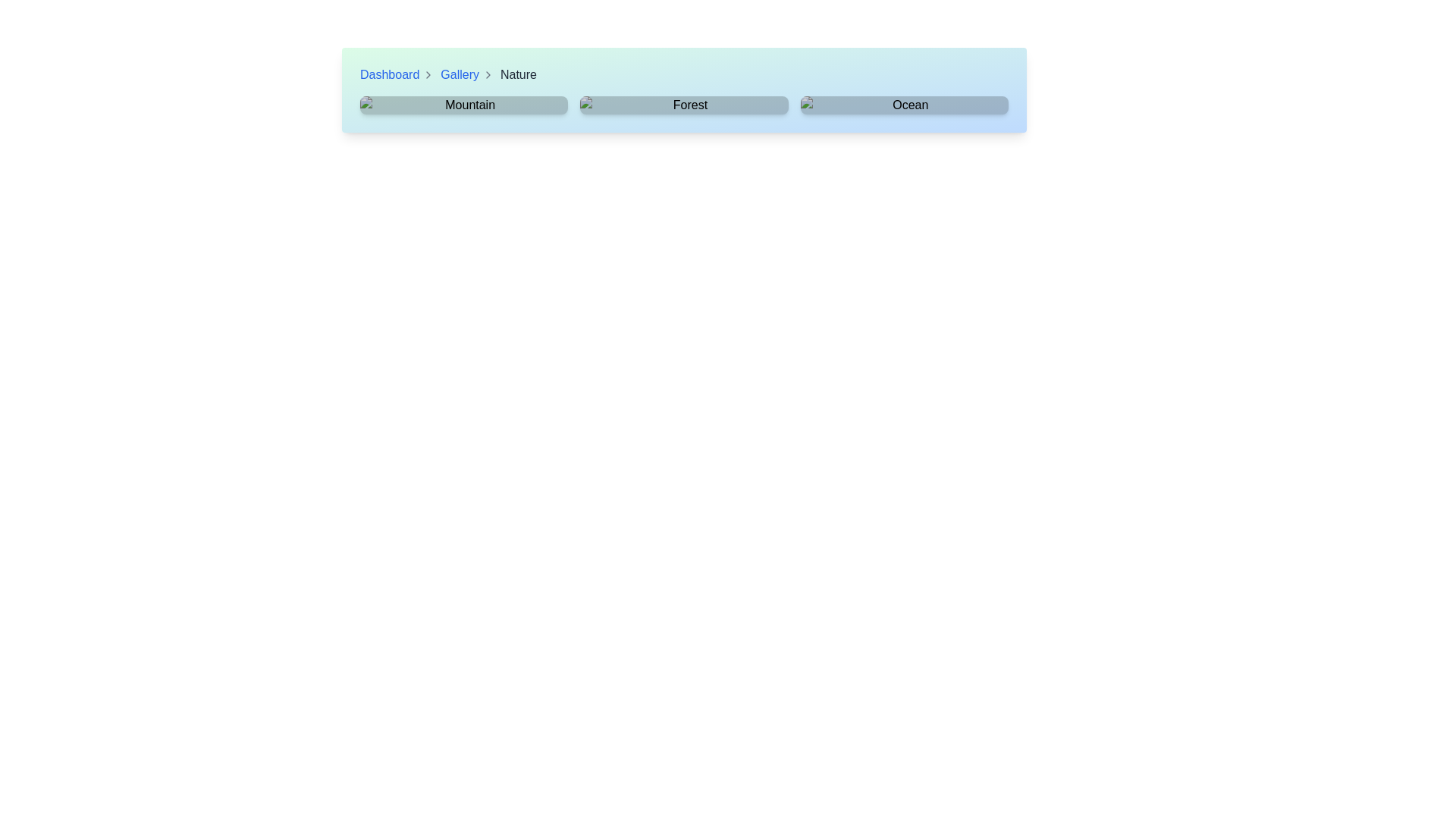 The width and height of the screenshot is (1456, 819). I want to click on the text label indicating 'Nature' in the breadcrumb navigation, which reflects the current page context and is positioned after 'Gallery', so click(518, 75).